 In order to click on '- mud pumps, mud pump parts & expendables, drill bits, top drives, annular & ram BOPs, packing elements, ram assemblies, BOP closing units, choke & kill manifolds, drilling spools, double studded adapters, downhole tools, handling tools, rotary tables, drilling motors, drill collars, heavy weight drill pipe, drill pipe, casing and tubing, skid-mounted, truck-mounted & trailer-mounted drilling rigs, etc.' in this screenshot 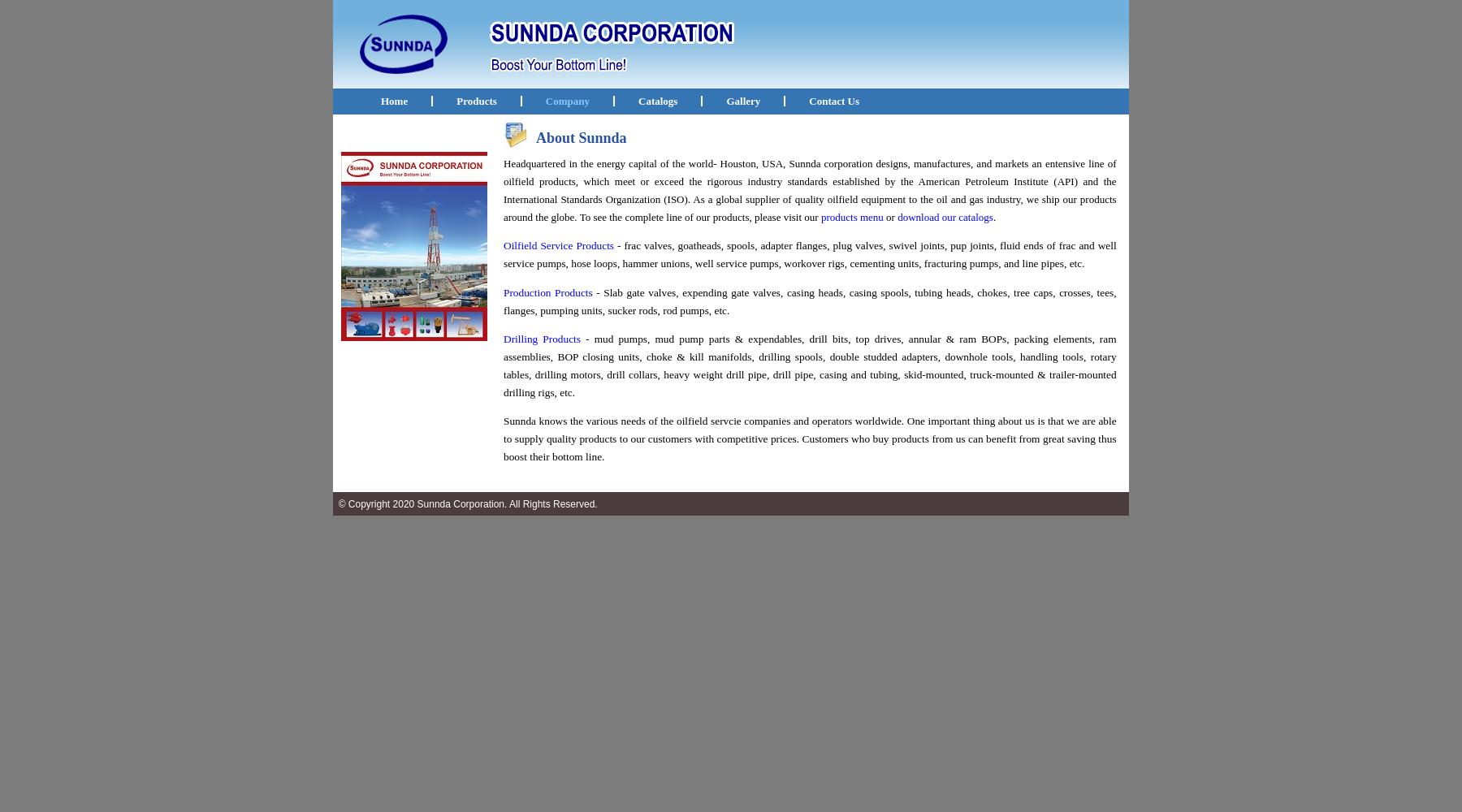, I will do `click(503, 364)`.